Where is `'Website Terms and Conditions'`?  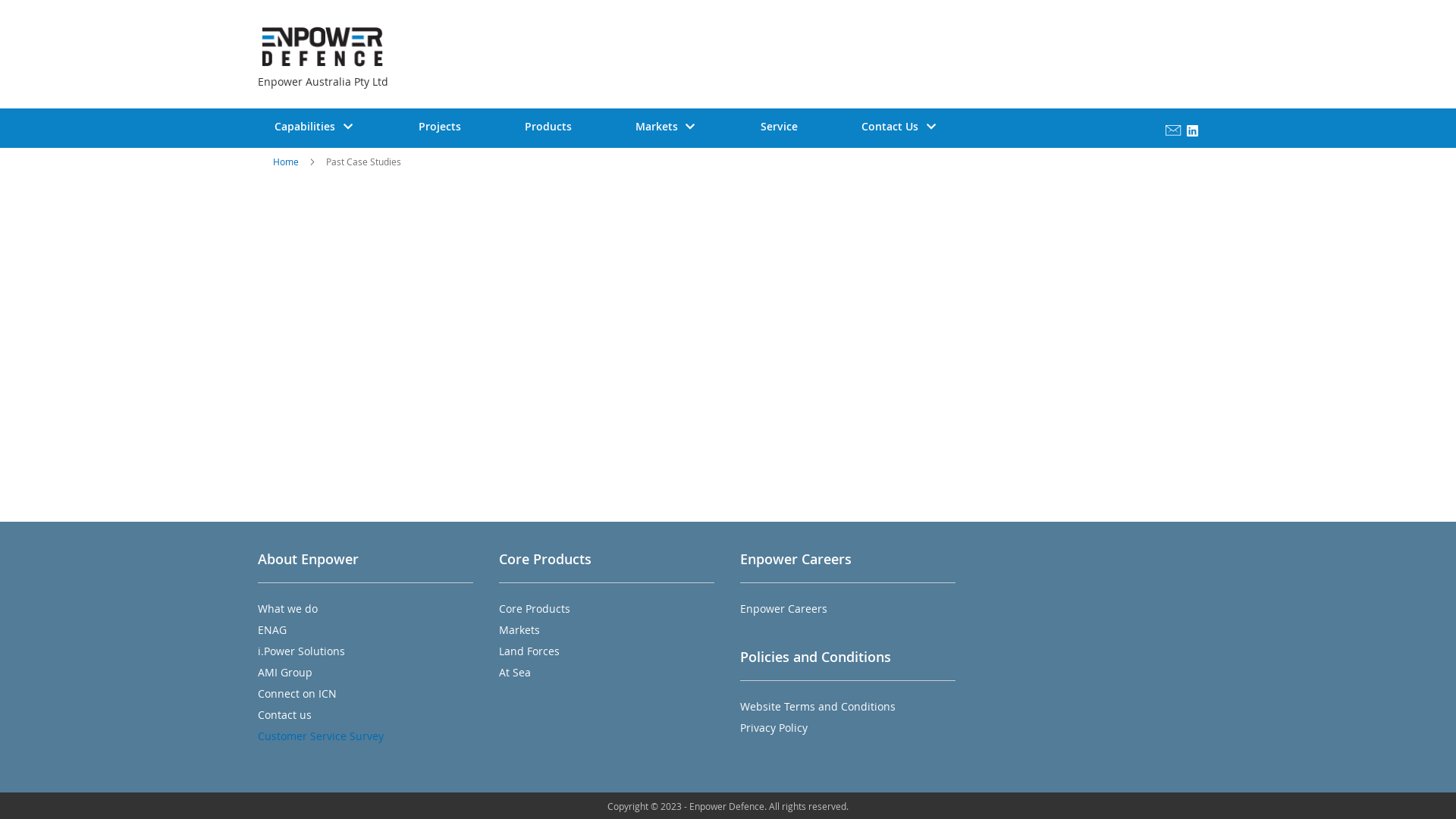
'Website Terms and Conditions' is located at coordinates (817, 706).